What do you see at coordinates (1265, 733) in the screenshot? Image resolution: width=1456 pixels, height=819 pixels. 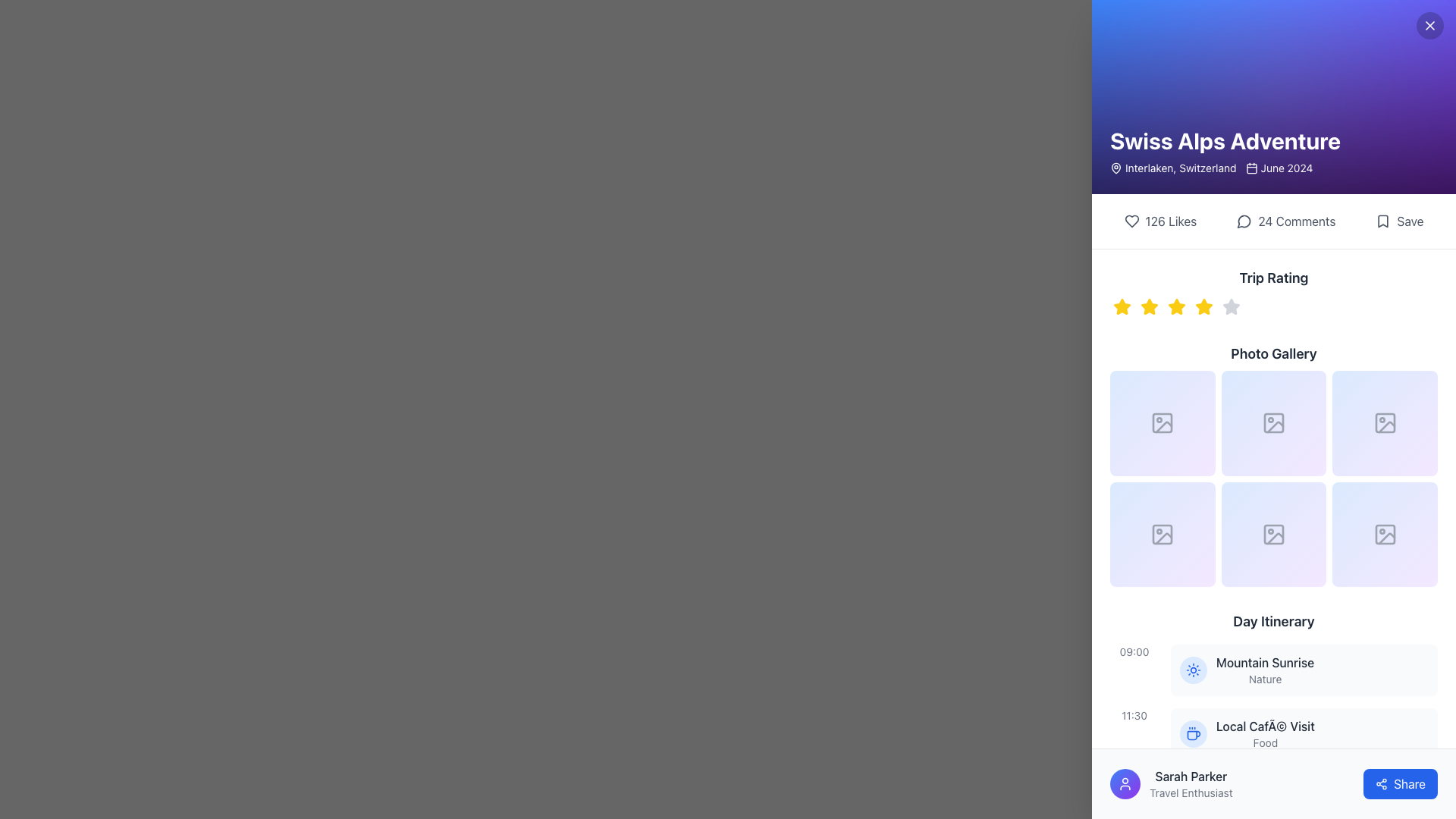 I see `the 'Local Café Visit' itinerary item in the Day Itinerary section` at bounding box center [1265, 733].